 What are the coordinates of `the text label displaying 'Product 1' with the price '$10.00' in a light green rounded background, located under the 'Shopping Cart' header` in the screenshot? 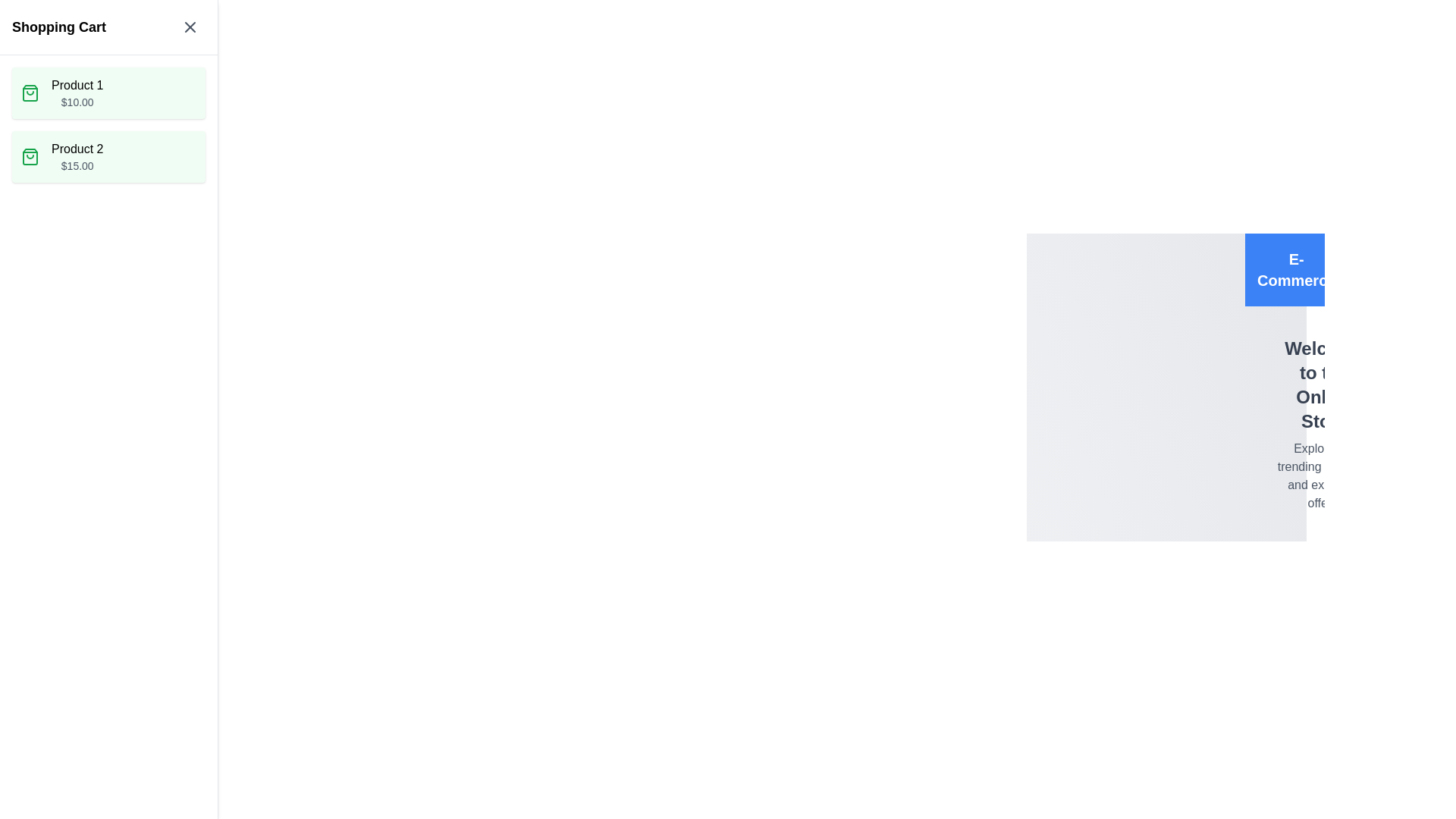 It's located at (77, 93).